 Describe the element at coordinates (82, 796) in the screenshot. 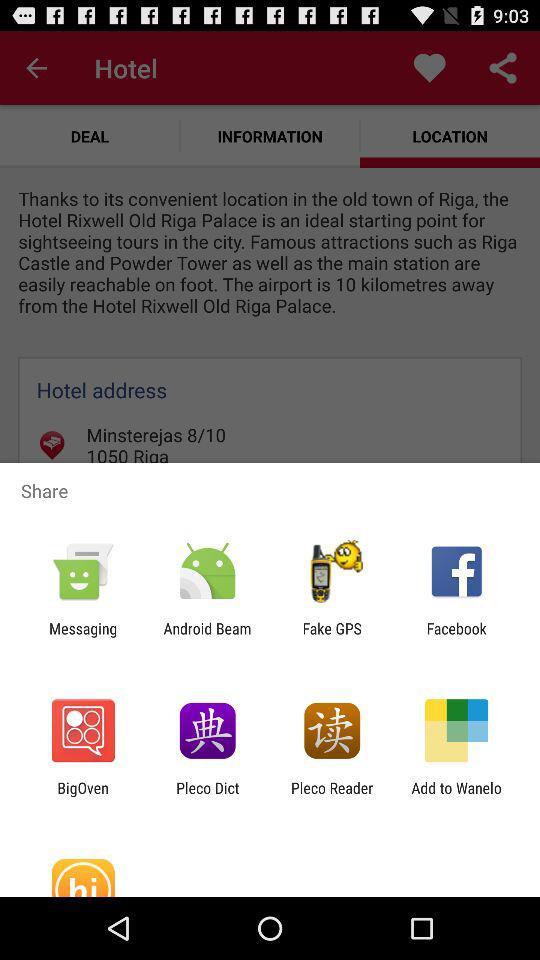

I see `item next to the pleco dict` at that location.